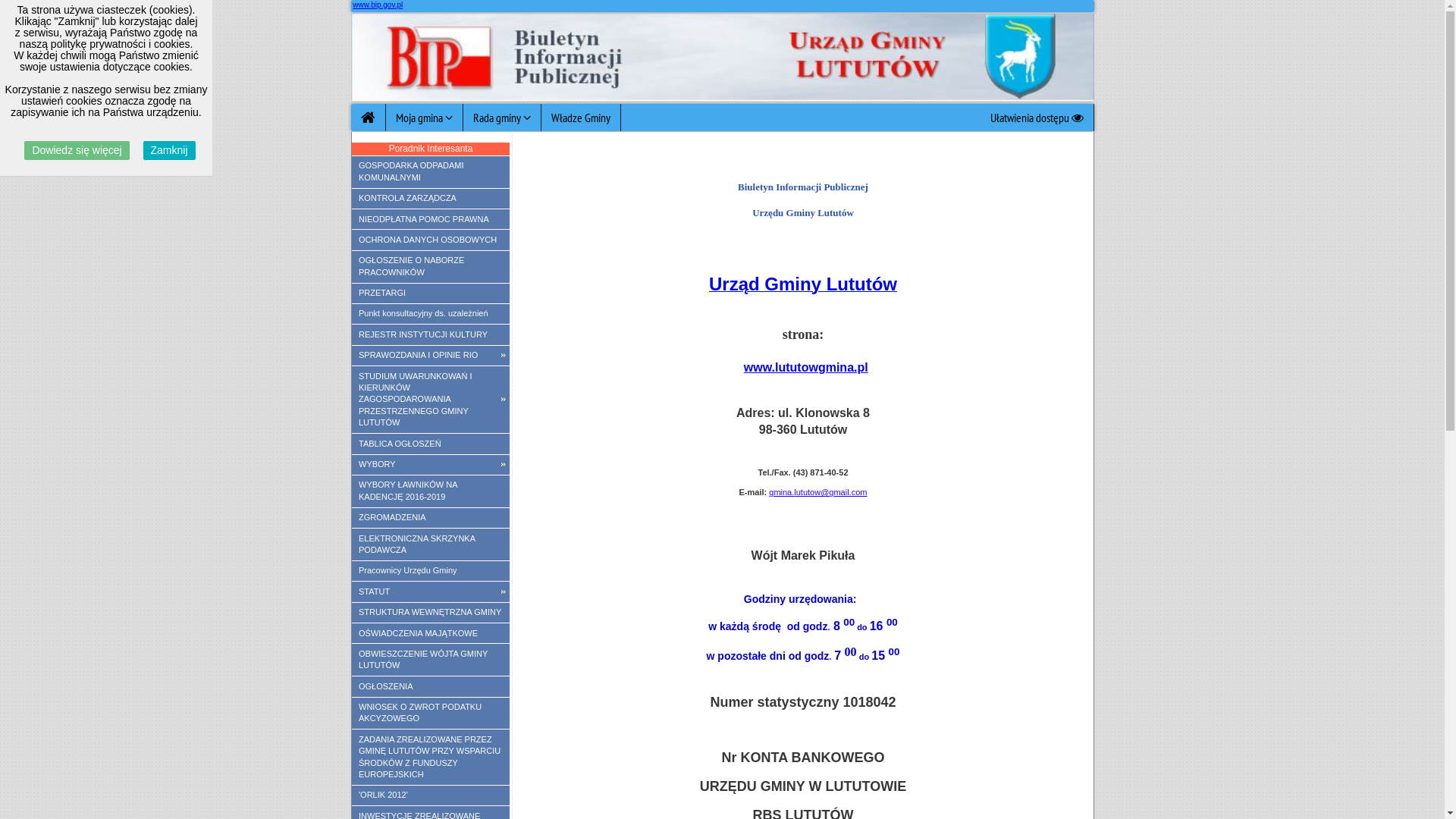  Describe the element at coordinates (429, 464) in the screenshot. I see `'WYBORY'` at that location.